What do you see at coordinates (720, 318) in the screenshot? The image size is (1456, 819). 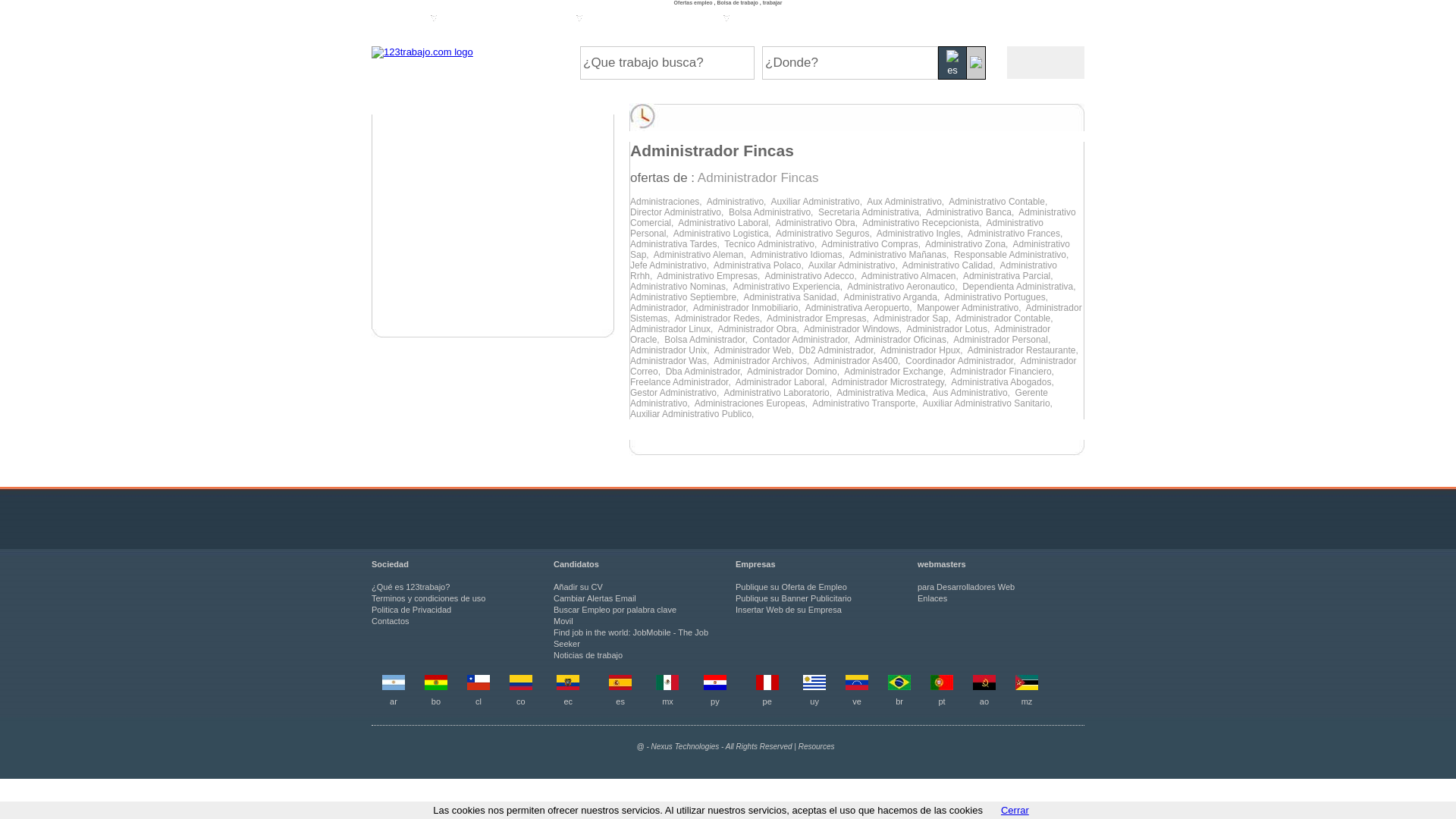 I see `'Administrador Redes, '` at bounding box center [720, 318].